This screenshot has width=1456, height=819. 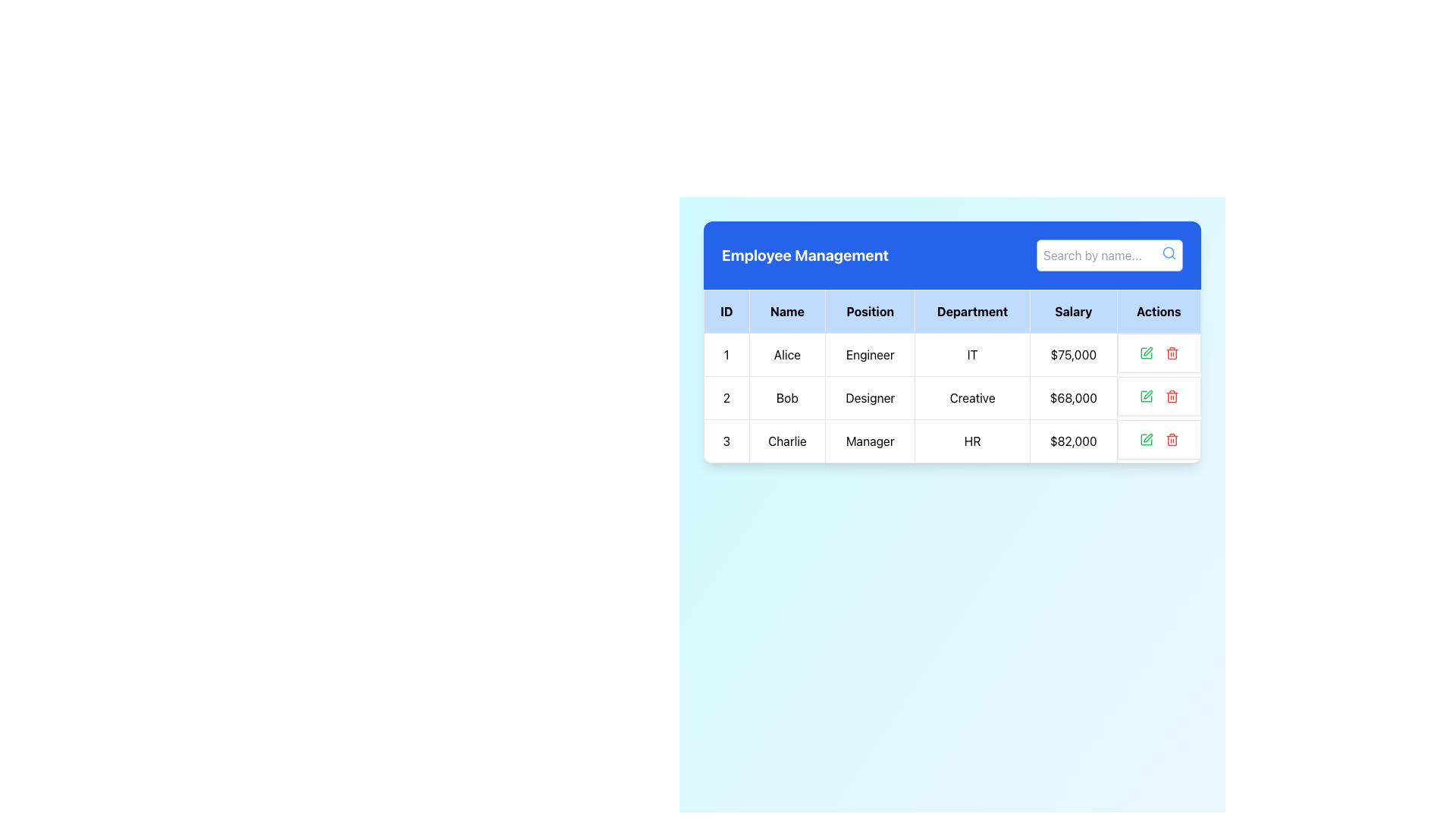 I want to click on the non-interactive text label displaying the job title 'Designer' located in the third column of the second row in the table, aligned with 'Bob' in the 'Name' column and 'Creative' in the 'Department' column, so click(x=870, y=397).